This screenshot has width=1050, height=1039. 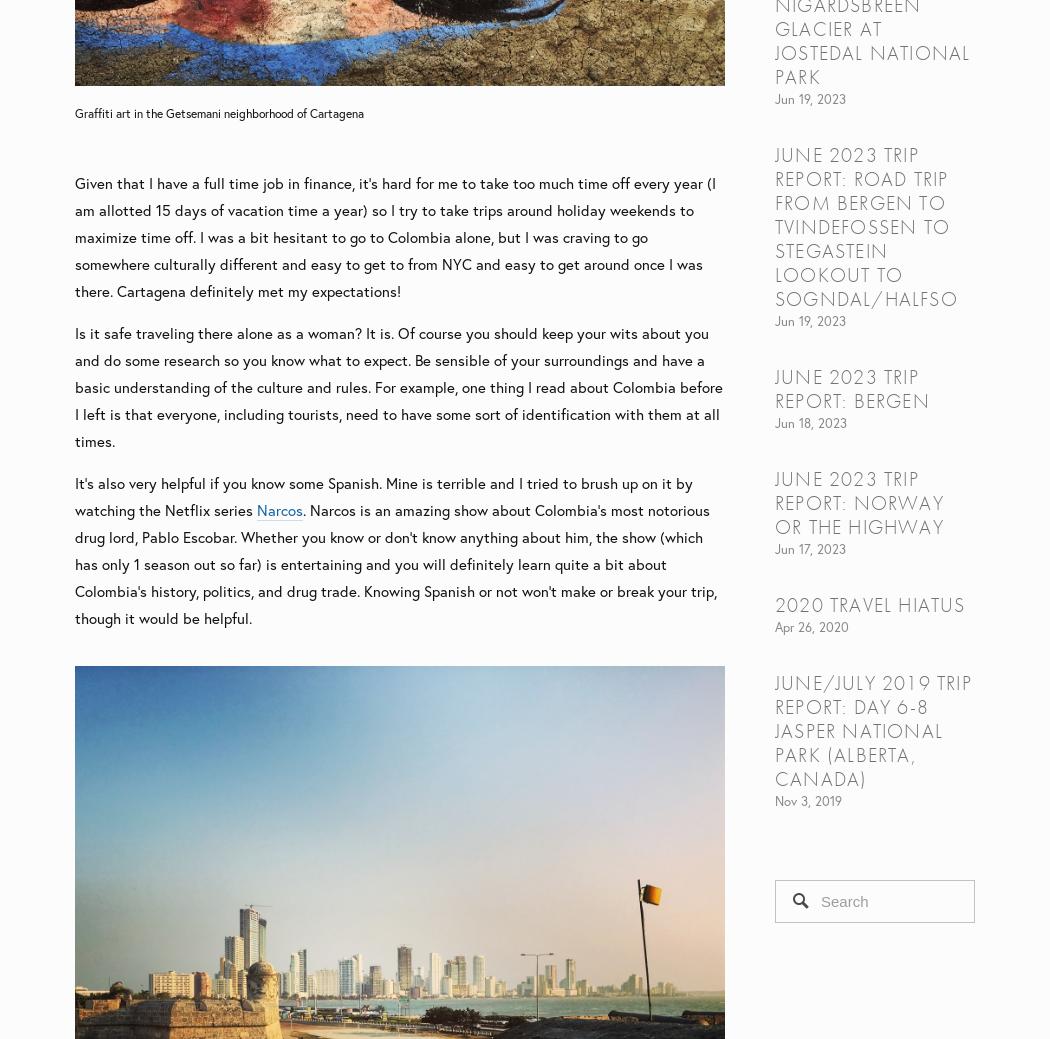 What do you see at coordinates (869, 605) in the screenshot?
I see `'2020 Travel Hiatus'` at bounding box center [869, 605].